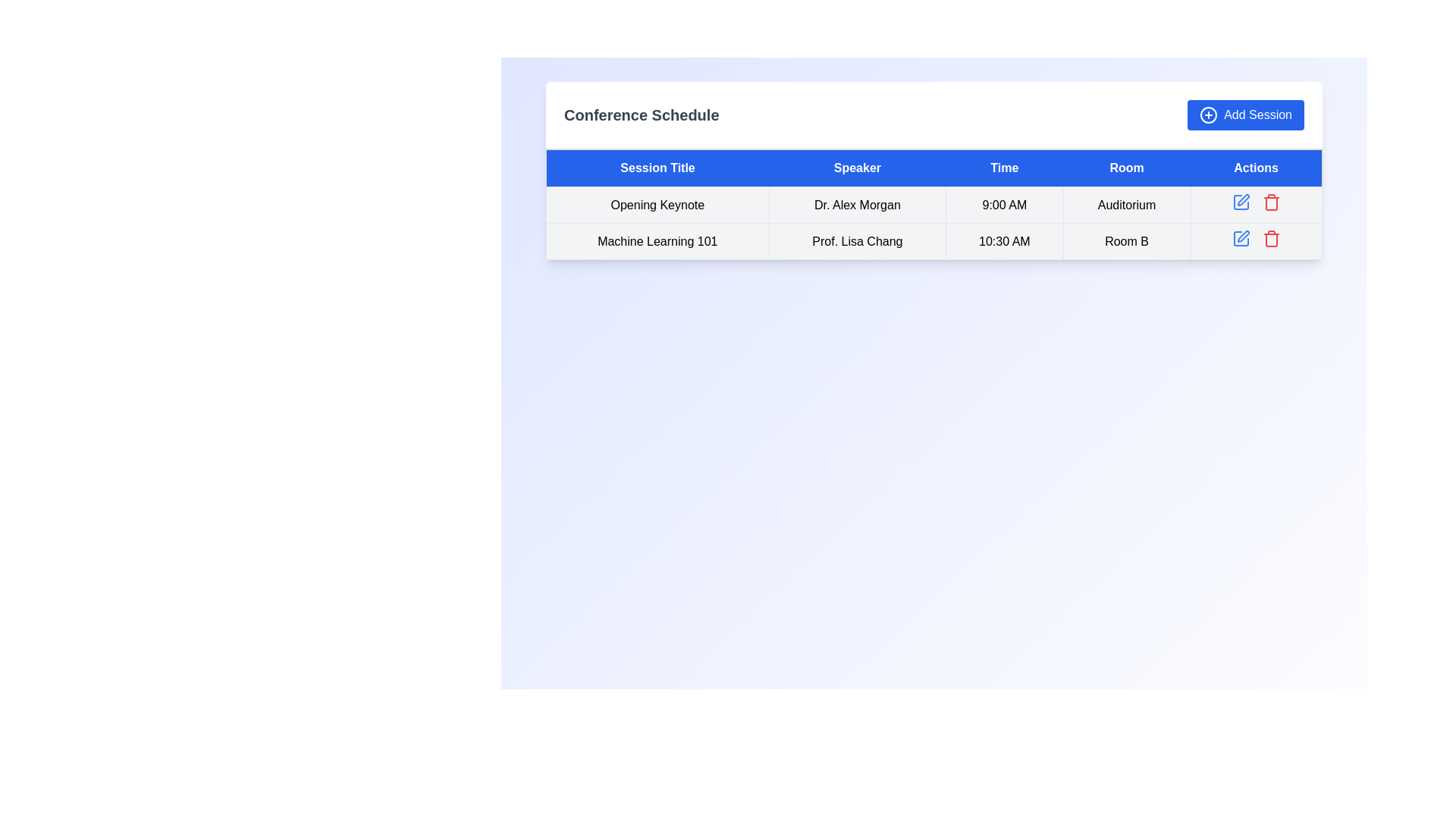 This screenshot has width=1456, height=819. What do you see at coordinates (1271, 239) in the screenshot?
I see `the delete button located in the last column of the second row of the 'Conference Schedule' table to initiate a delete action` at bounding box center [1271, 239].